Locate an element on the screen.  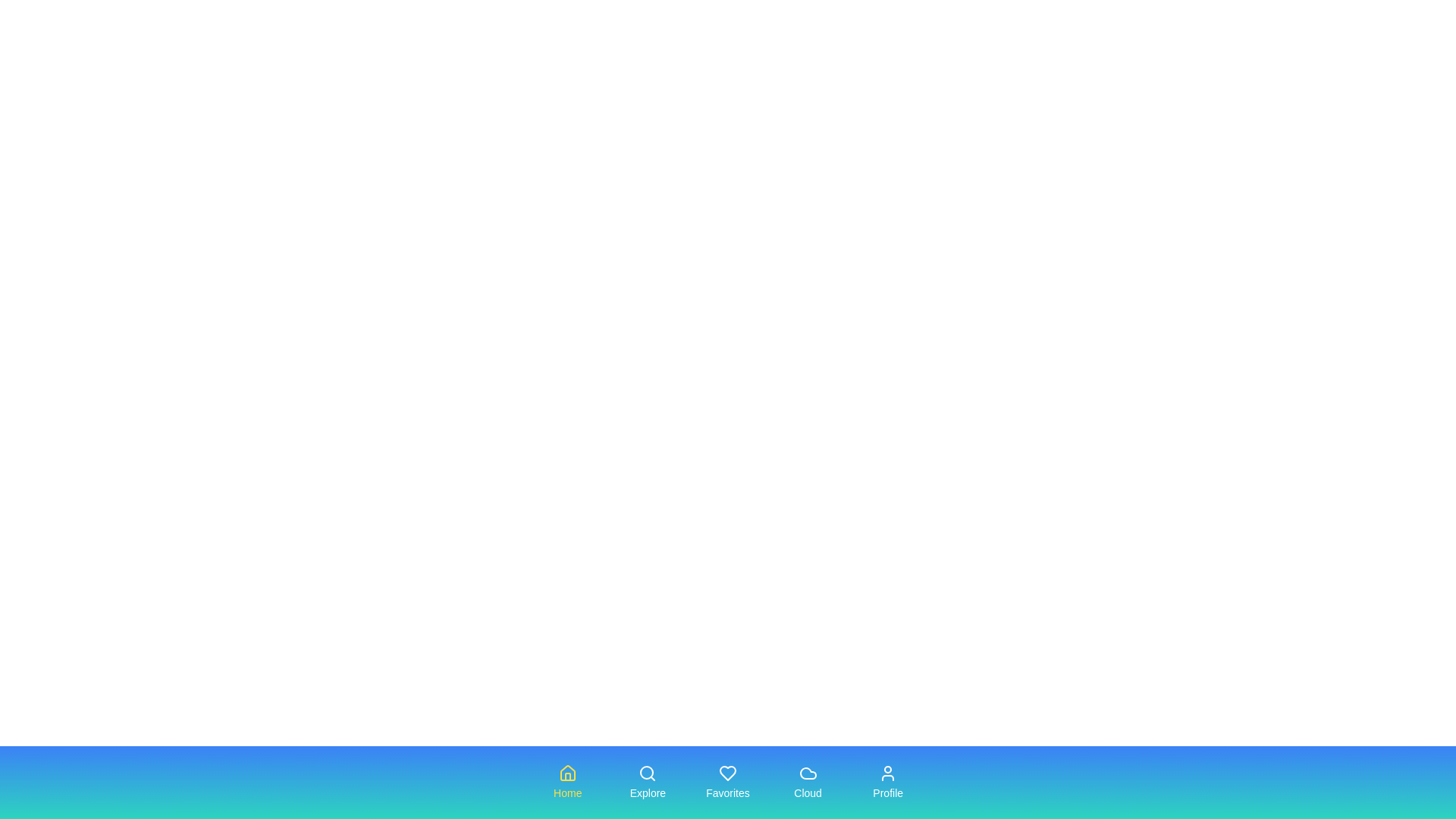
the tab labeled Home to observe its hover effect is located at coordinates (566, 783).